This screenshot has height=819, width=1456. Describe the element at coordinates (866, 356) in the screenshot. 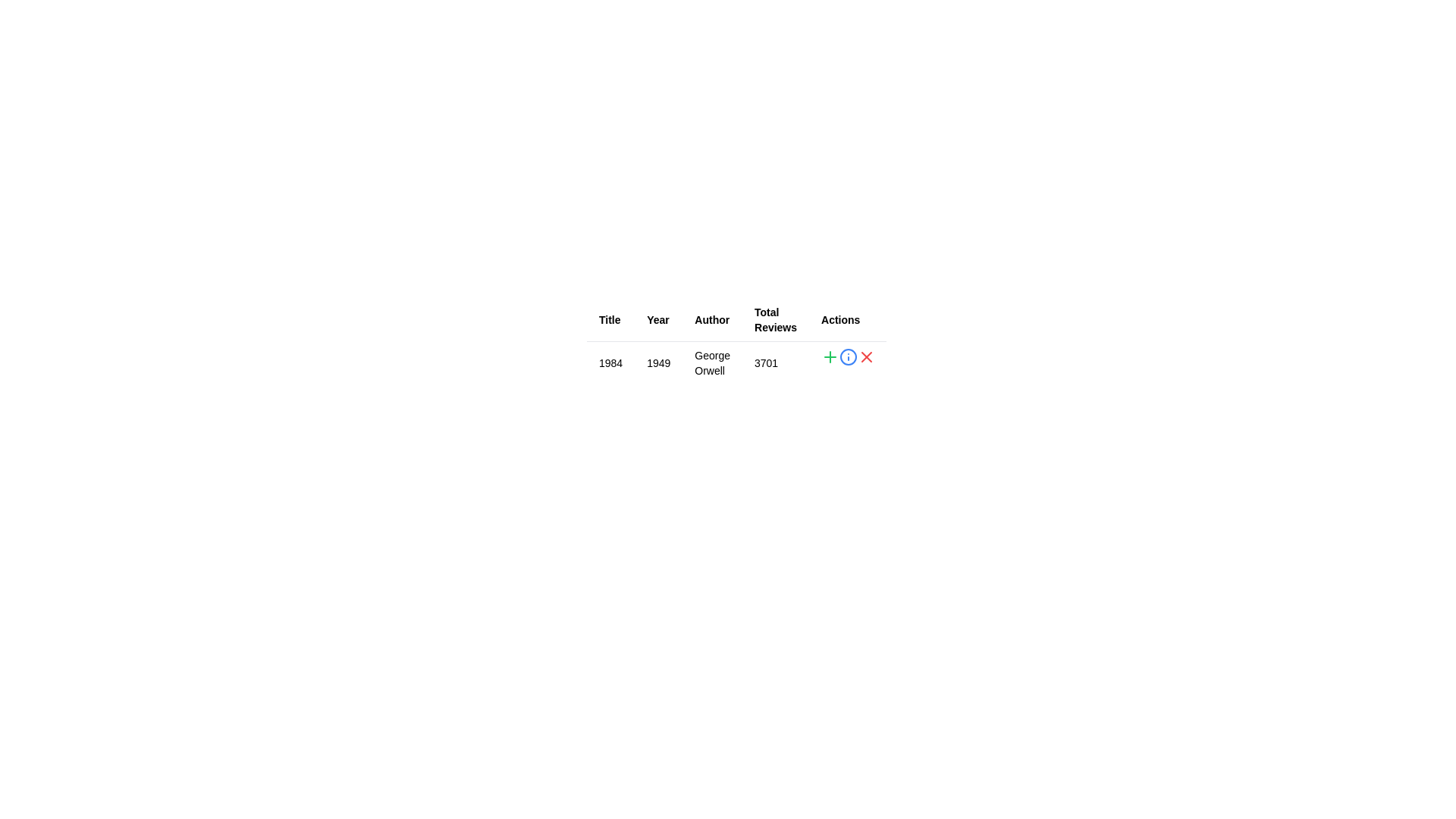

I see `the red 'X' icon button in the 'Actions' column of the table row for the book '1984' by George Orwell` at that location.